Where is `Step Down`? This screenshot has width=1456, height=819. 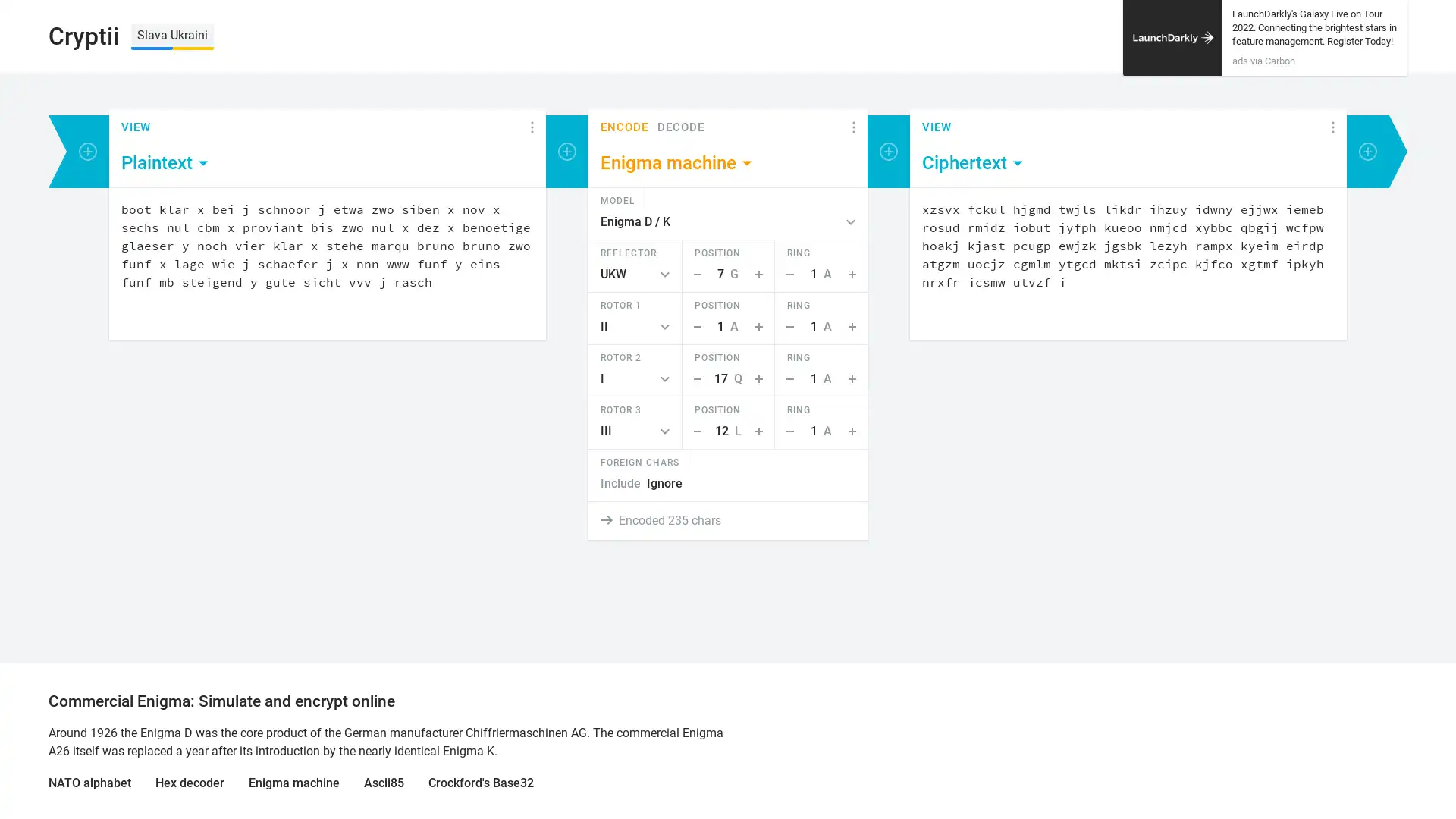
Step Down is located at coordinates (786, 275).